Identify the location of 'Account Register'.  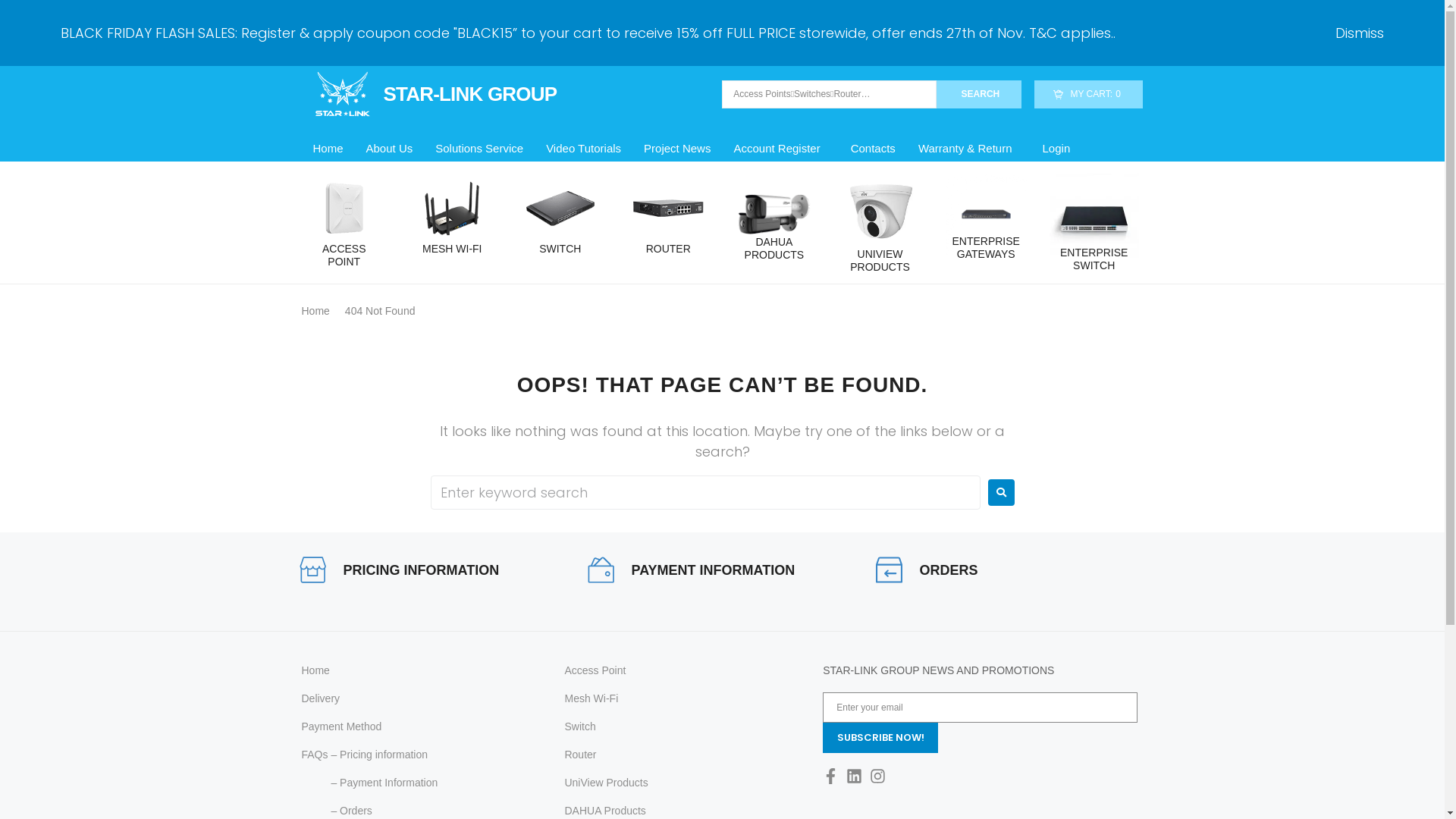
(780, 149).